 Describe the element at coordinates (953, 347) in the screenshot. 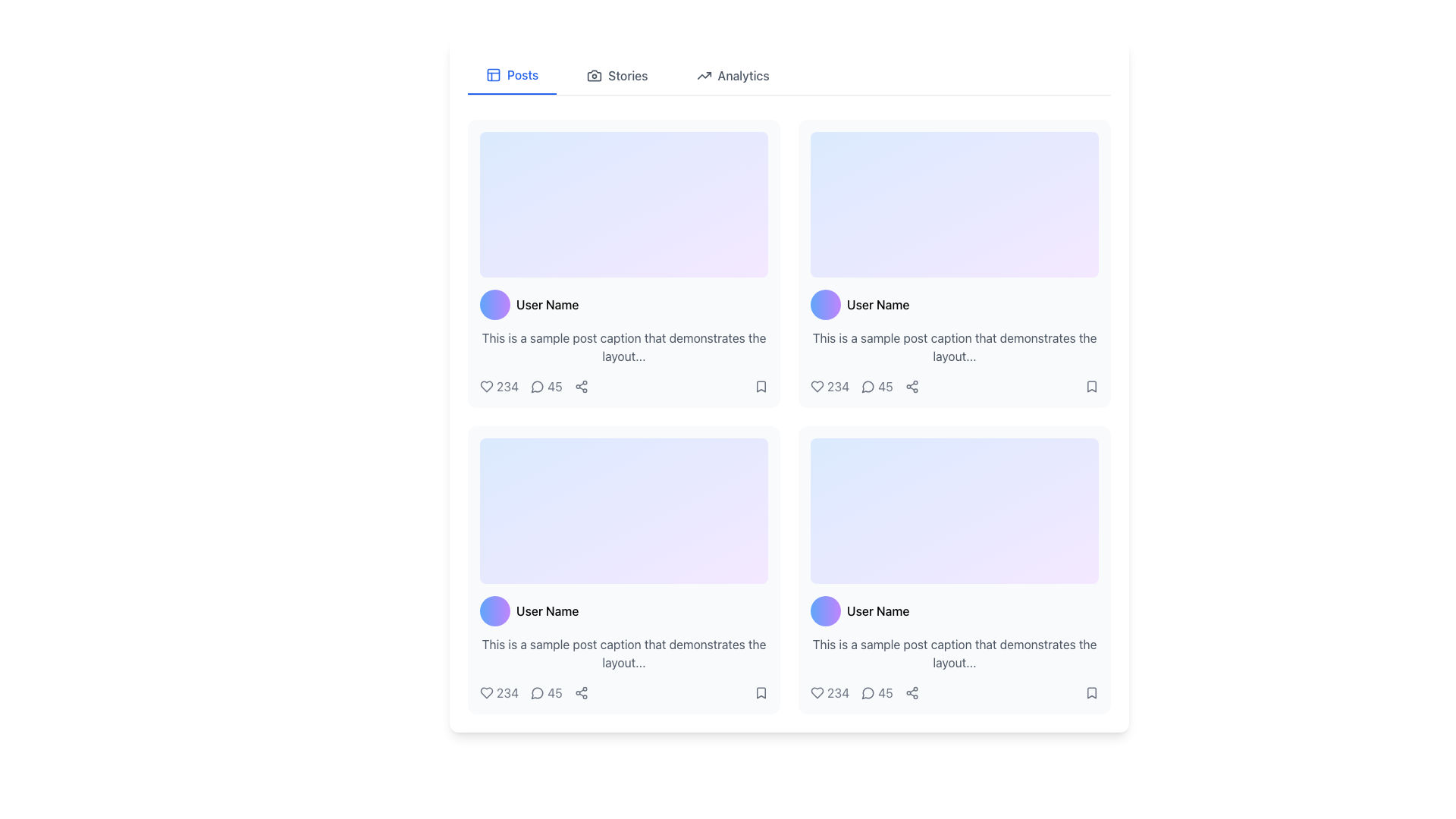

I see `the text block styled in subtle gray color that contains the caption 'This is a sample post caption that demonstrates the layout...', located below the username and above the interaction statistics in the top-right card` at that location.